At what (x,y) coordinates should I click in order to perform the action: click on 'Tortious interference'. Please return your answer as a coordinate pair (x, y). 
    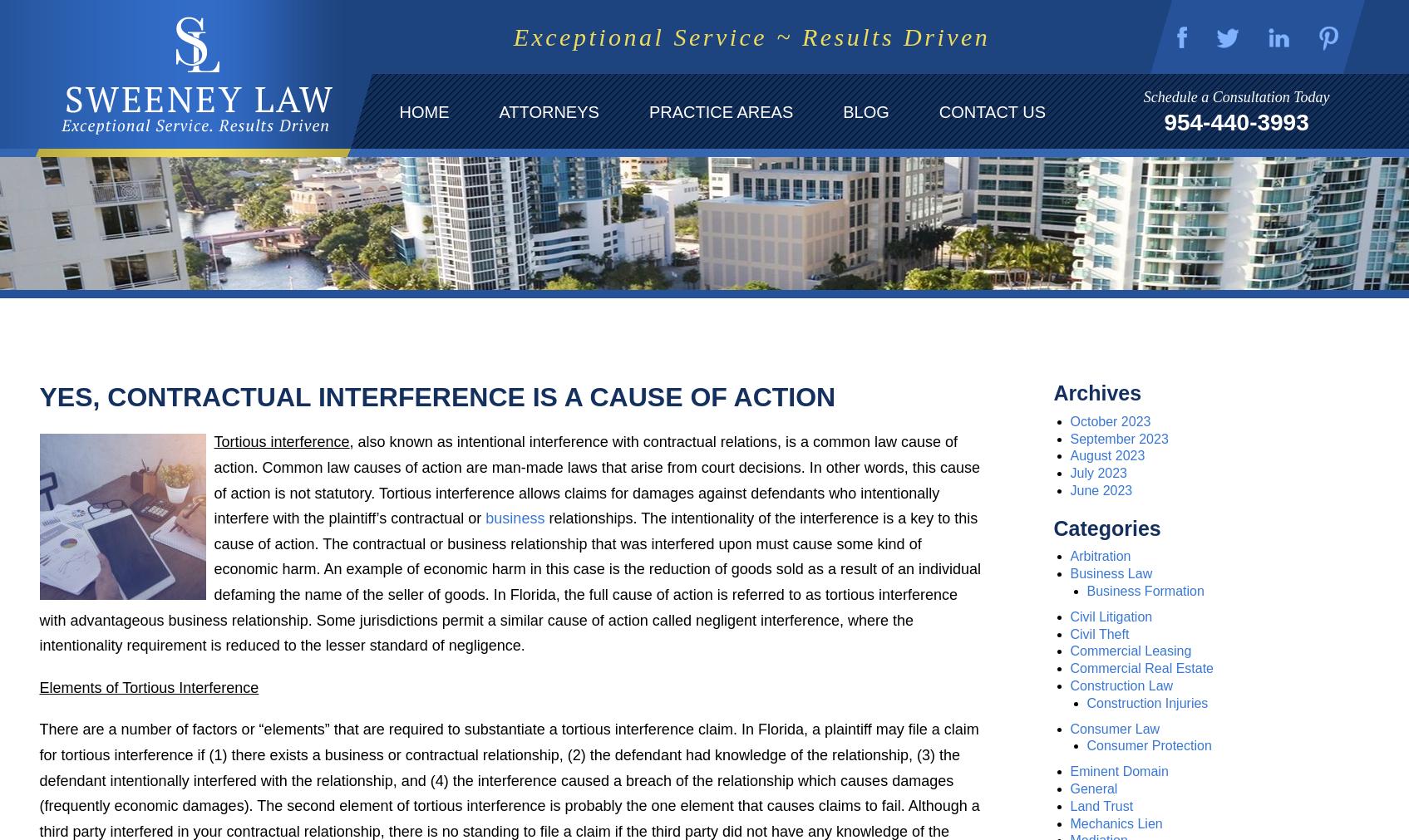
    Looking at the image, I should click on (280, 441).